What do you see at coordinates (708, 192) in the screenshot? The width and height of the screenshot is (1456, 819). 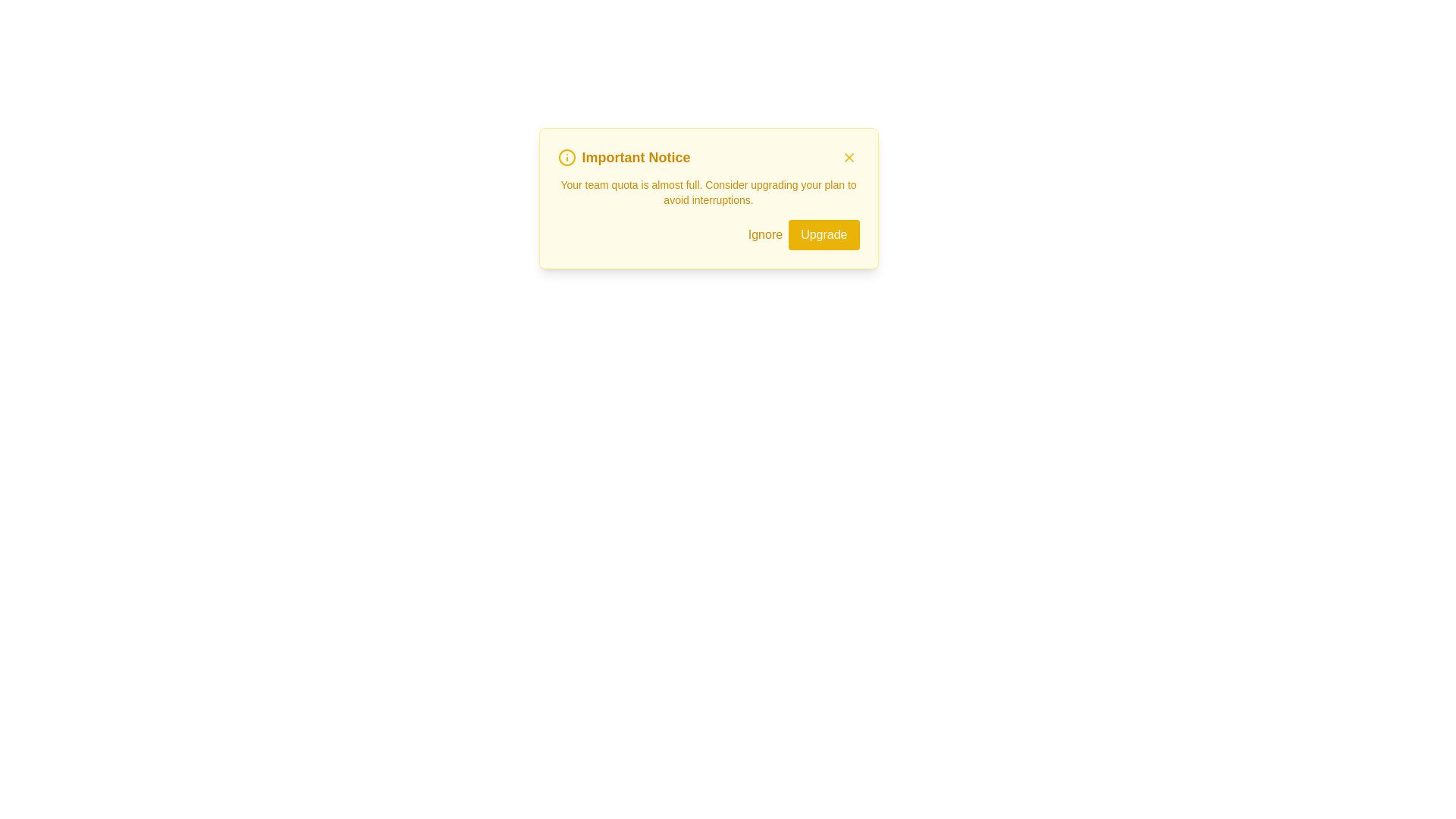 I see `the warning label displaying 'Your team quota is almost full. Consider upgrading your plan to avoid interruptions.', which is located below the 'Important Notice' title and above the buttons 'Ignore' and 'Upgrade'` at bounding box center [708, 192].